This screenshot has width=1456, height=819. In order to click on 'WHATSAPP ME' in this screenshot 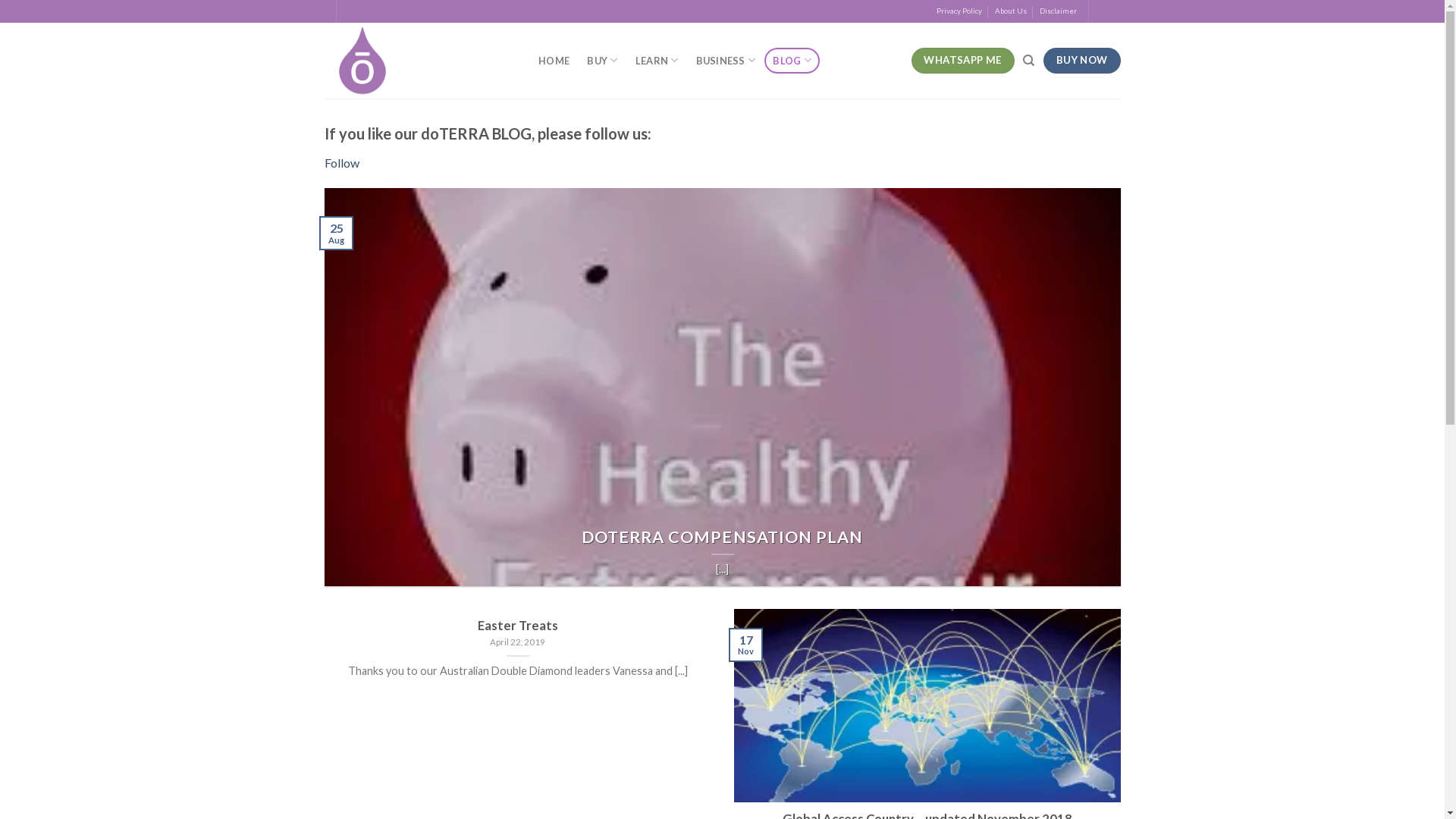, I will do `click(910, 60)`.